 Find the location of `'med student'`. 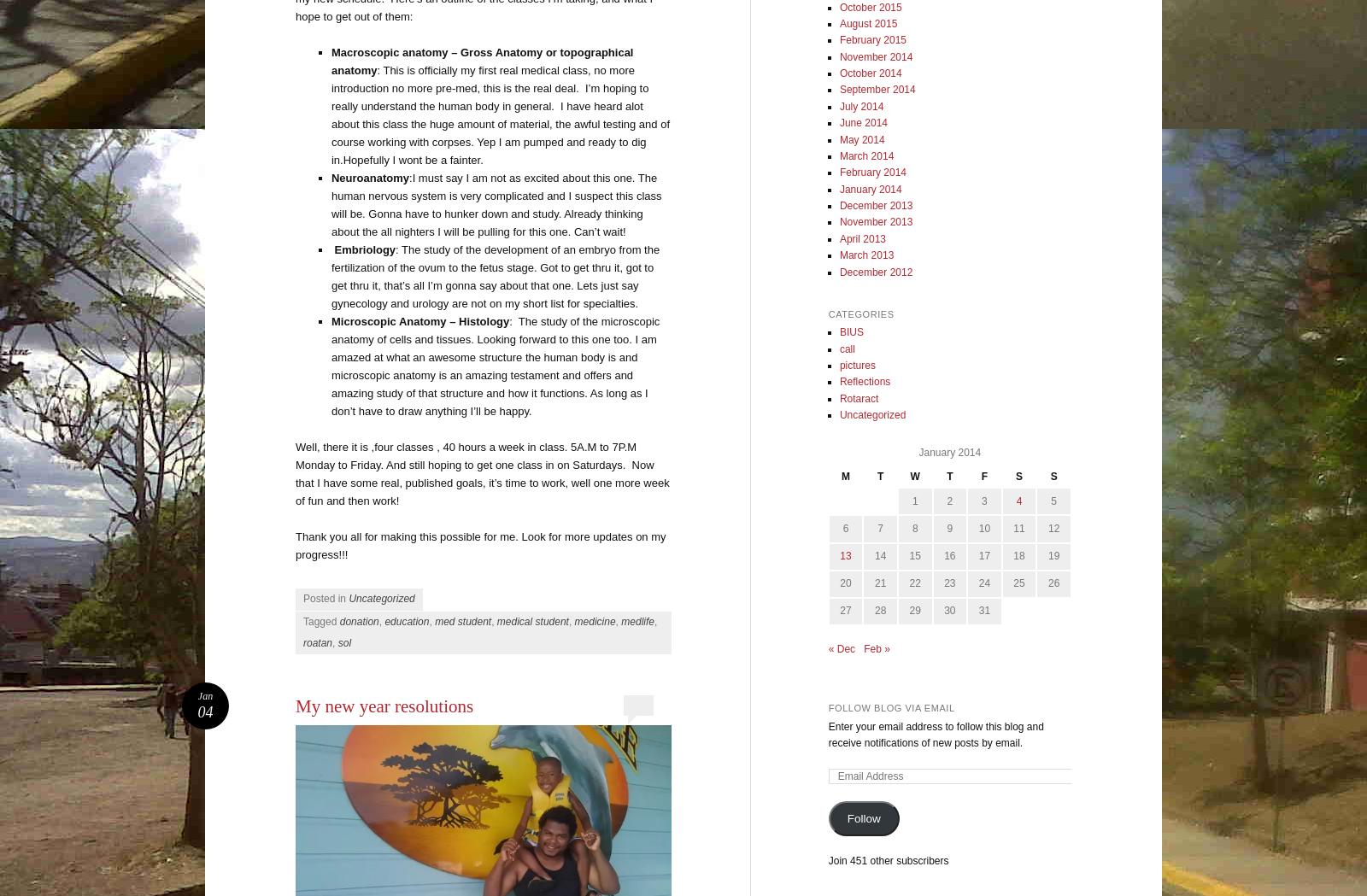

'med student' is located at coordinates (461, 620).